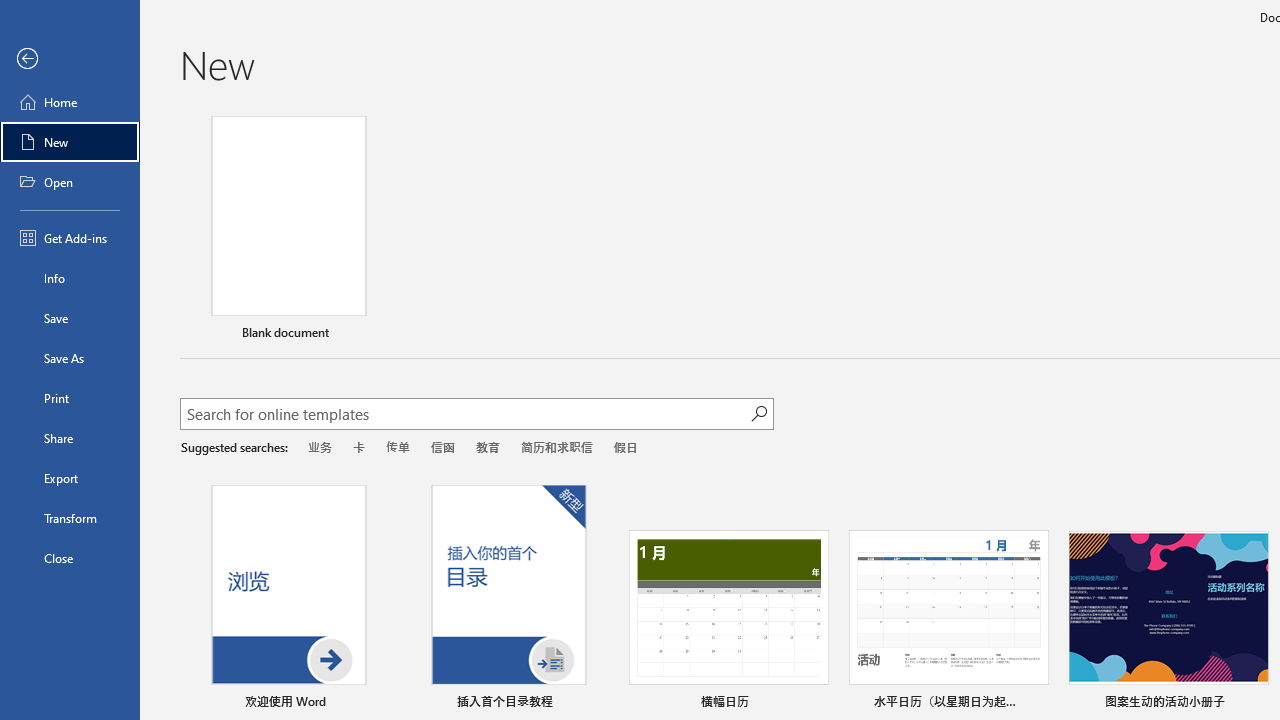 The height and width of the screenshot is (720, 1280). Describe the element at coordinates (69, 316) in the screenshot. I see `'Save'` at that location.